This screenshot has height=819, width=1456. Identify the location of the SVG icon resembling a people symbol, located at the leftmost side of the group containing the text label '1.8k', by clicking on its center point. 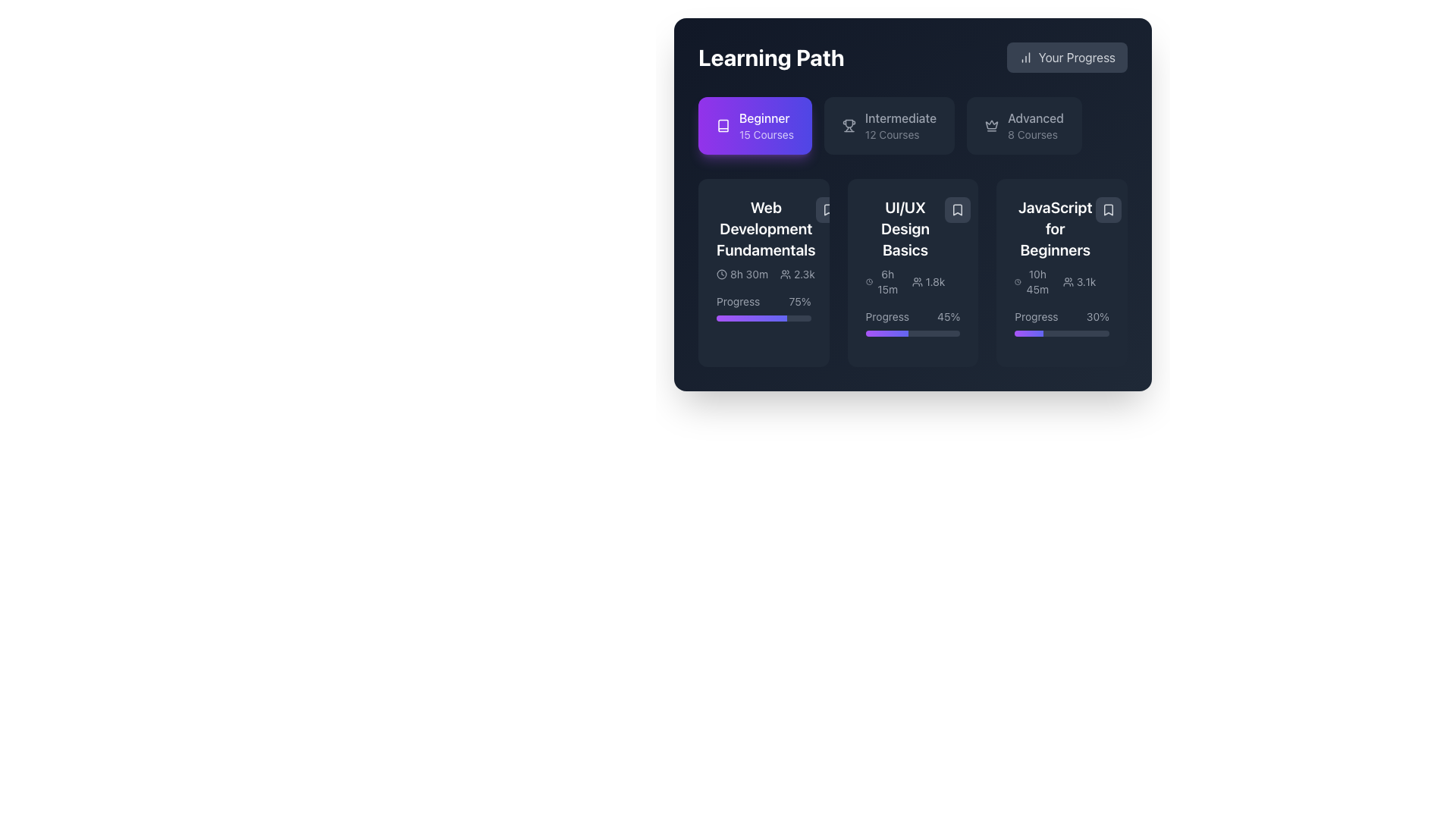
(916, 281).